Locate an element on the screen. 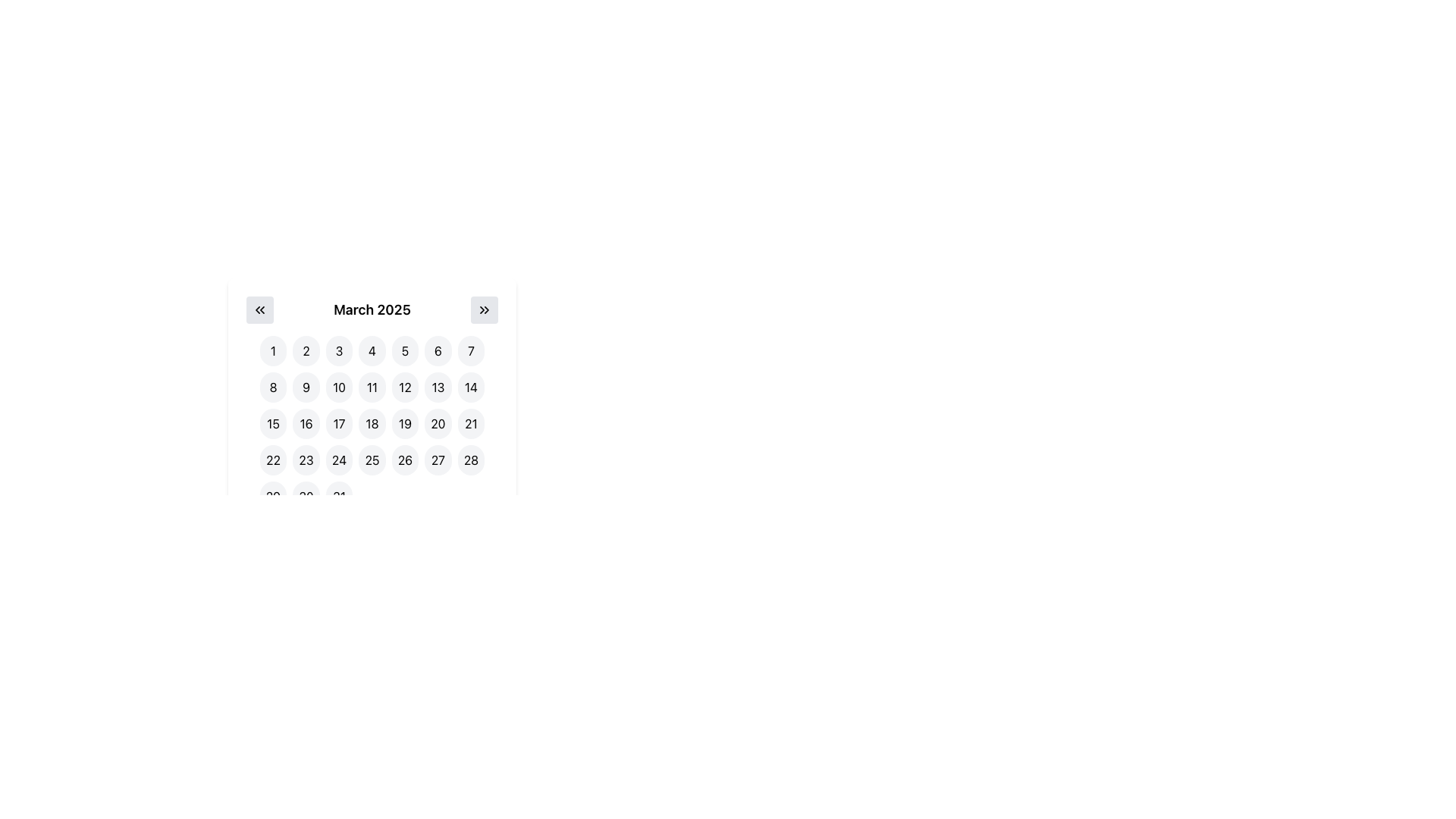 The image size is (1456, 819). the button representing the 29th day of March 2025 in the calendar interface is located at coordinates (273, 497).